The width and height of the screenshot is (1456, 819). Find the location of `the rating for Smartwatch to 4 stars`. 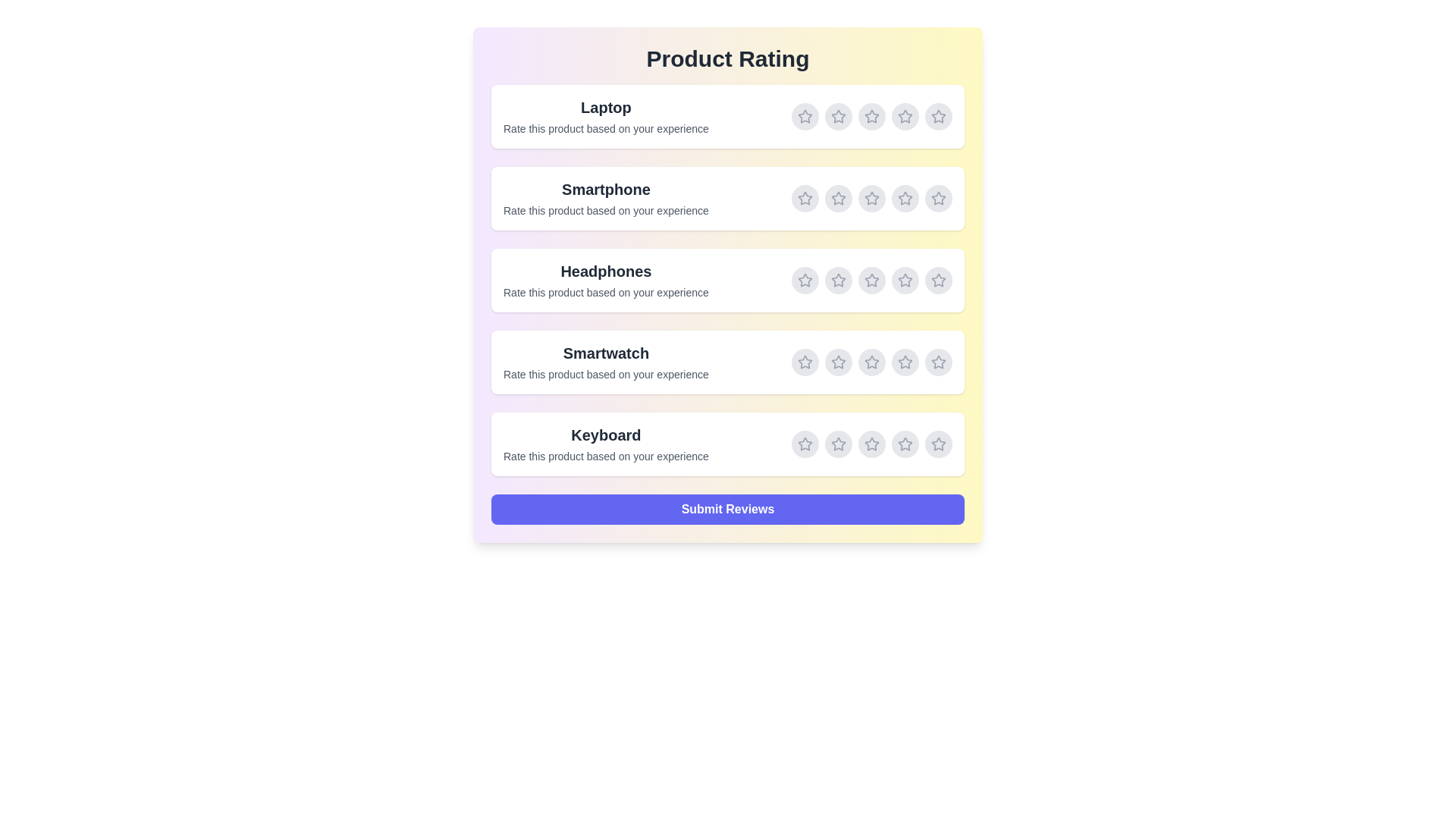

the rating for Smartwatch to 4 stars is located at coordinates (905, 362).